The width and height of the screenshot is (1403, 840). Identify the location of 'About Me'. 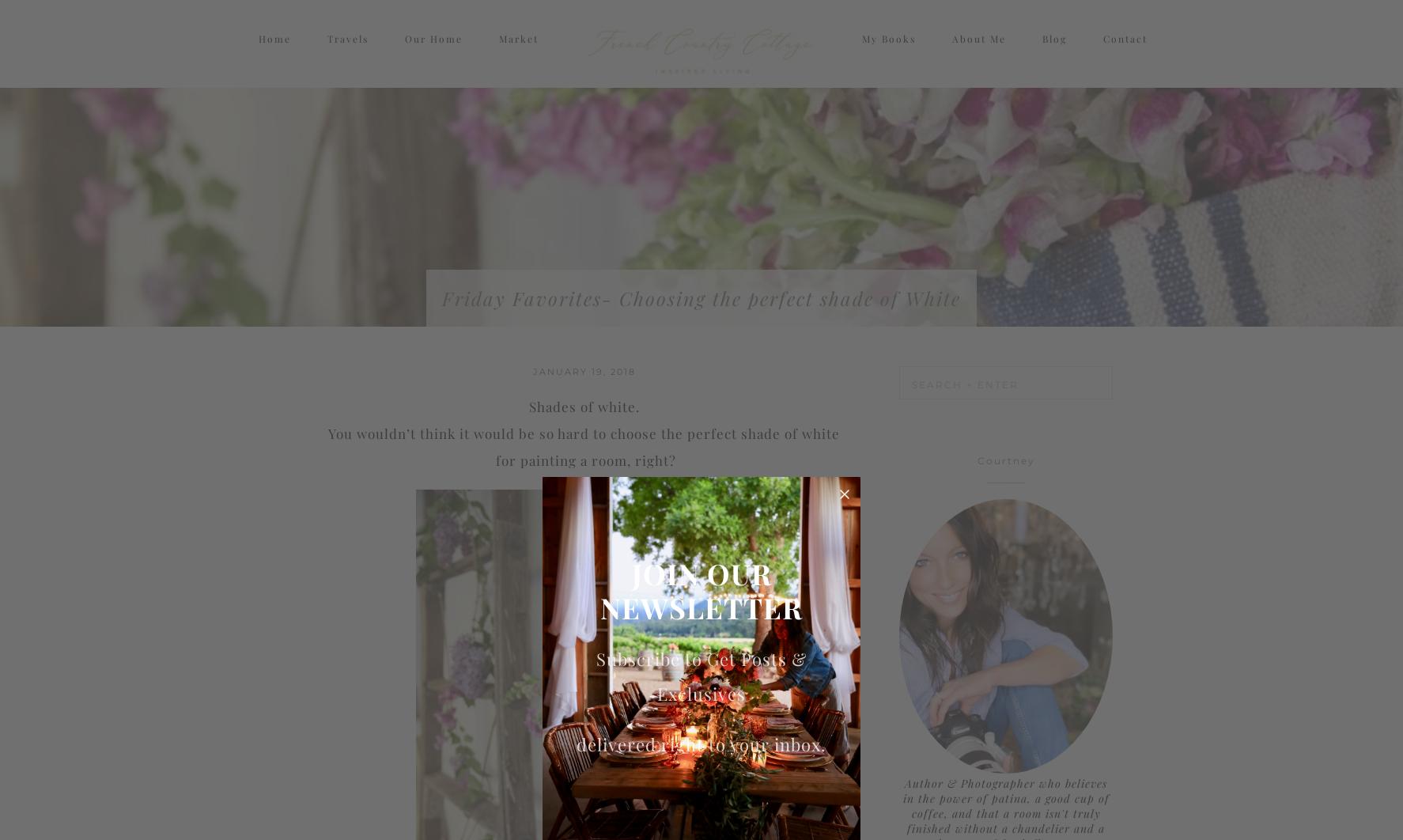
(951, 53).